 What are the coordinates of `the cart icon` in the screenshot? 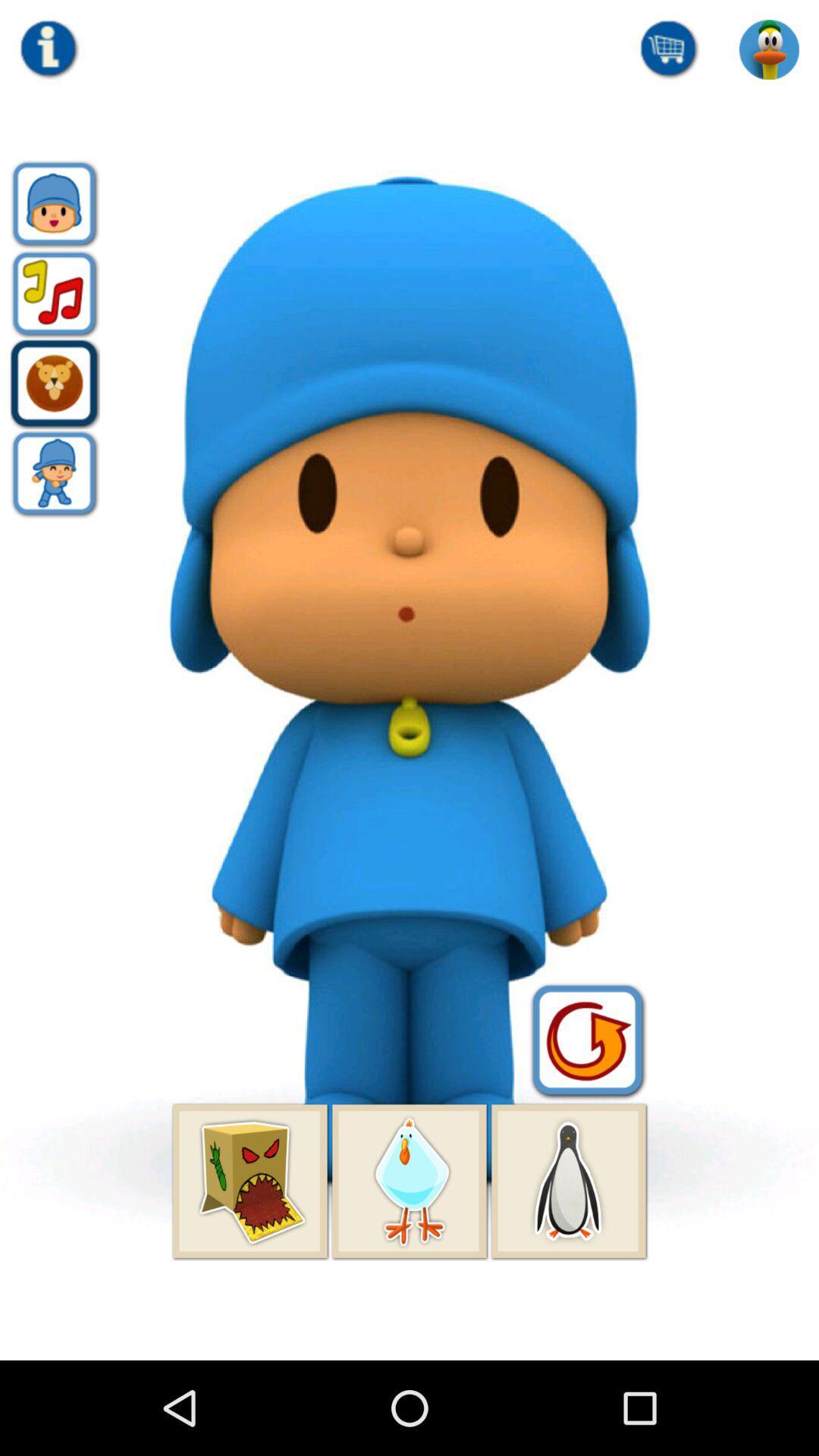 It's located at (669, 53).